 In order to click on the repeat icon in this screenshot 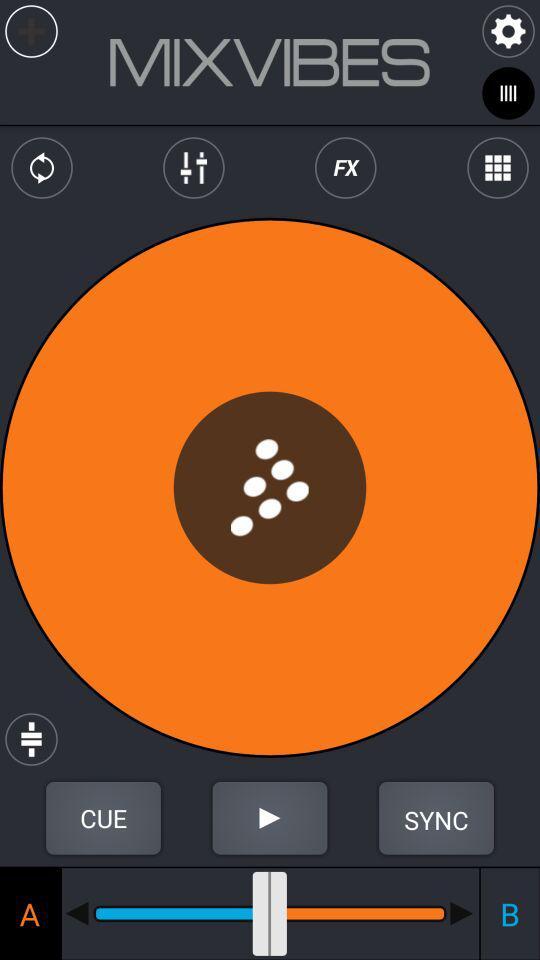, I will do `click(42, 167)`.